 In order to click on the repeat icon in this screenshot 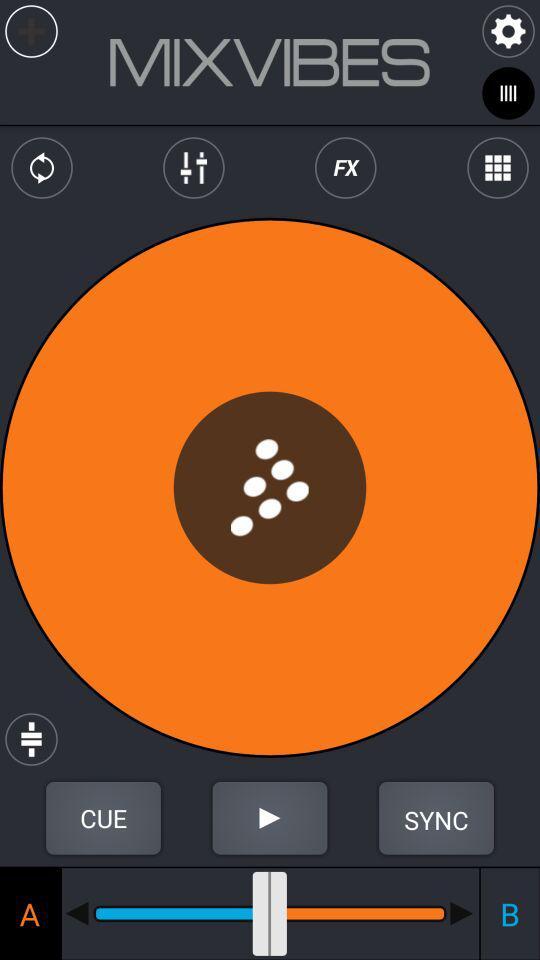, I will do `click(42, 167)`.